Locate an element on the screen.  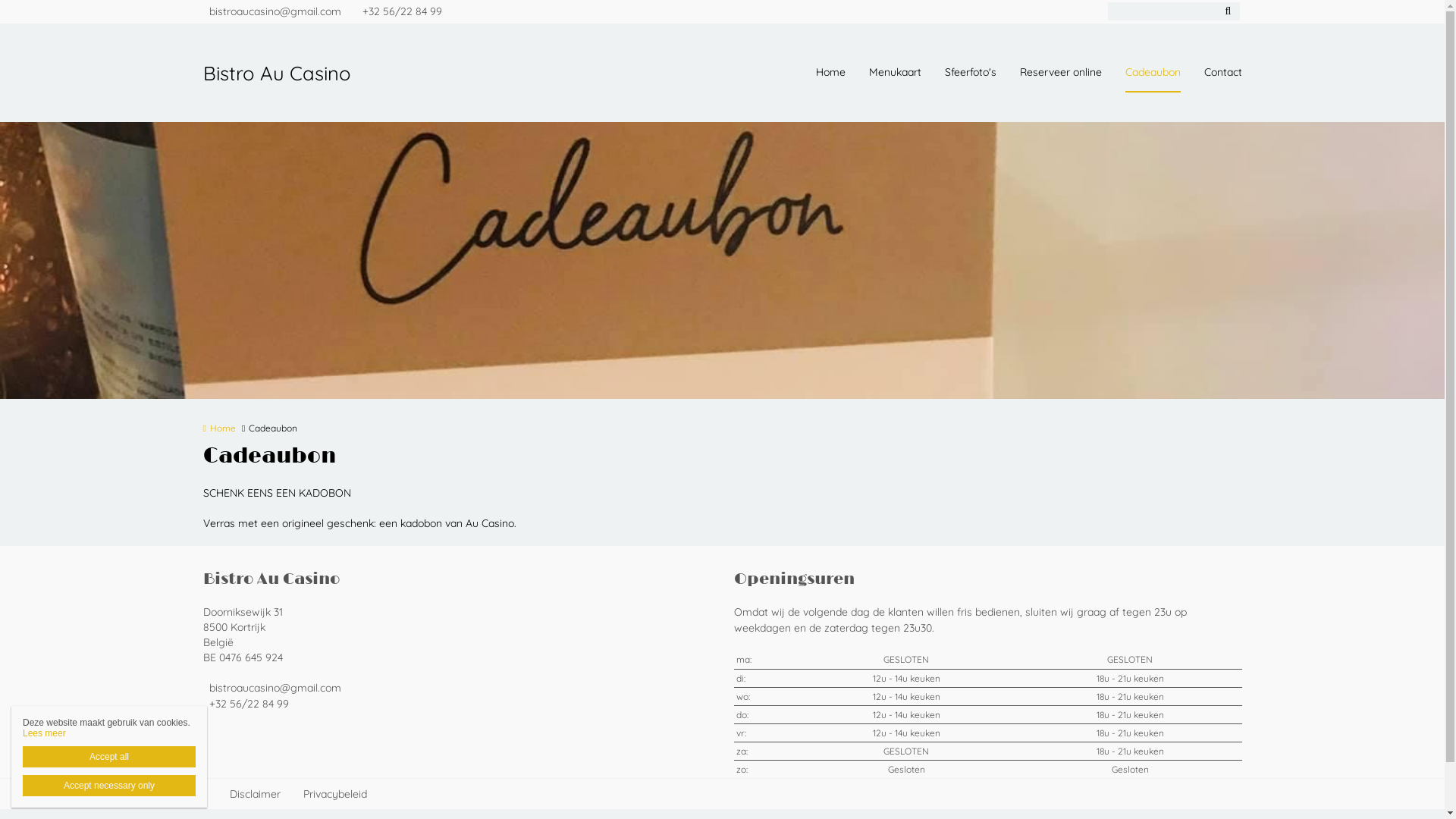
'Lees meer' is located at coordinates (44, 733).